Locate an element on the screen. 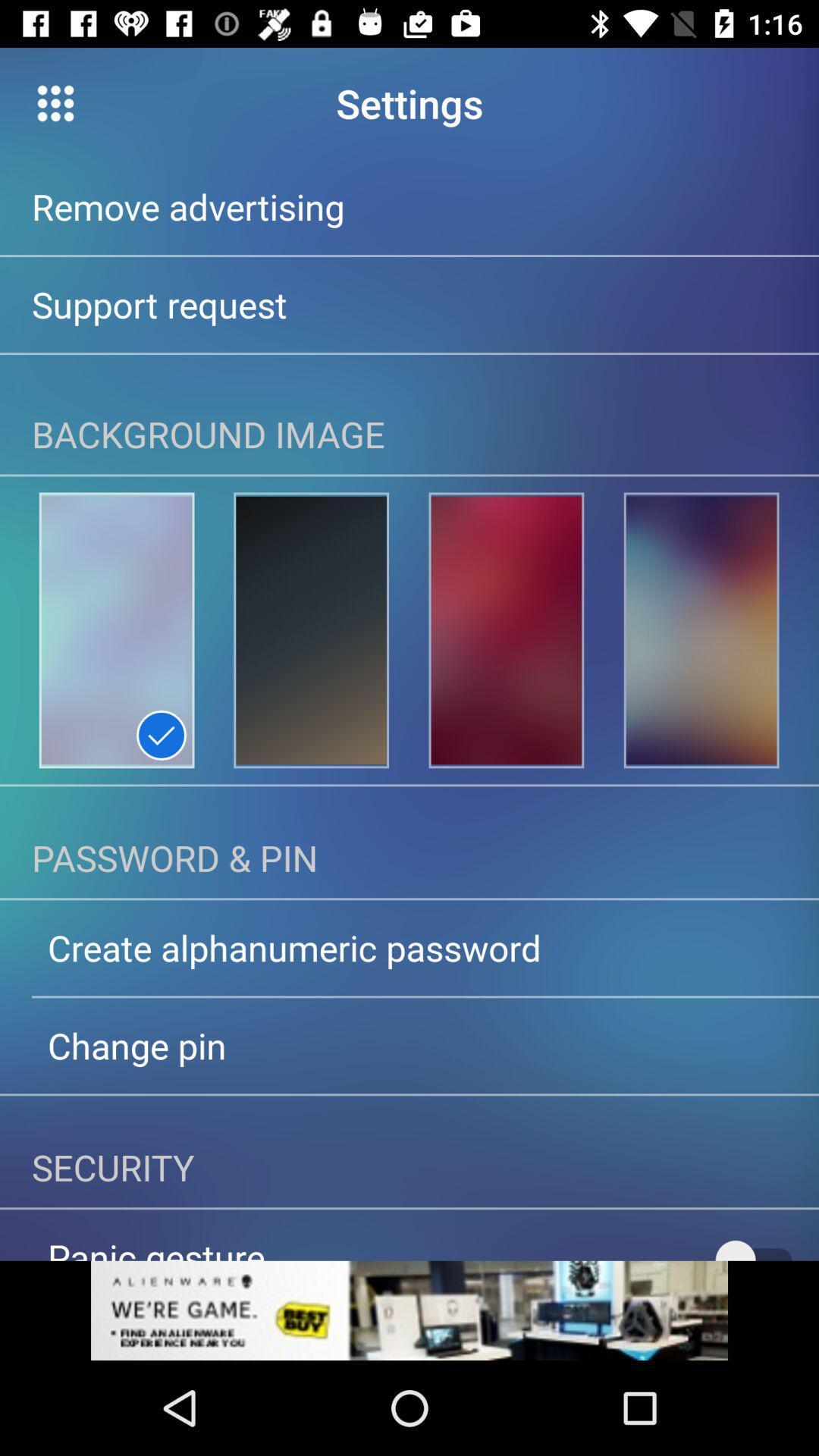 This screenshot has width=819, height=1456. main menu is located at coordinates (55, 102).